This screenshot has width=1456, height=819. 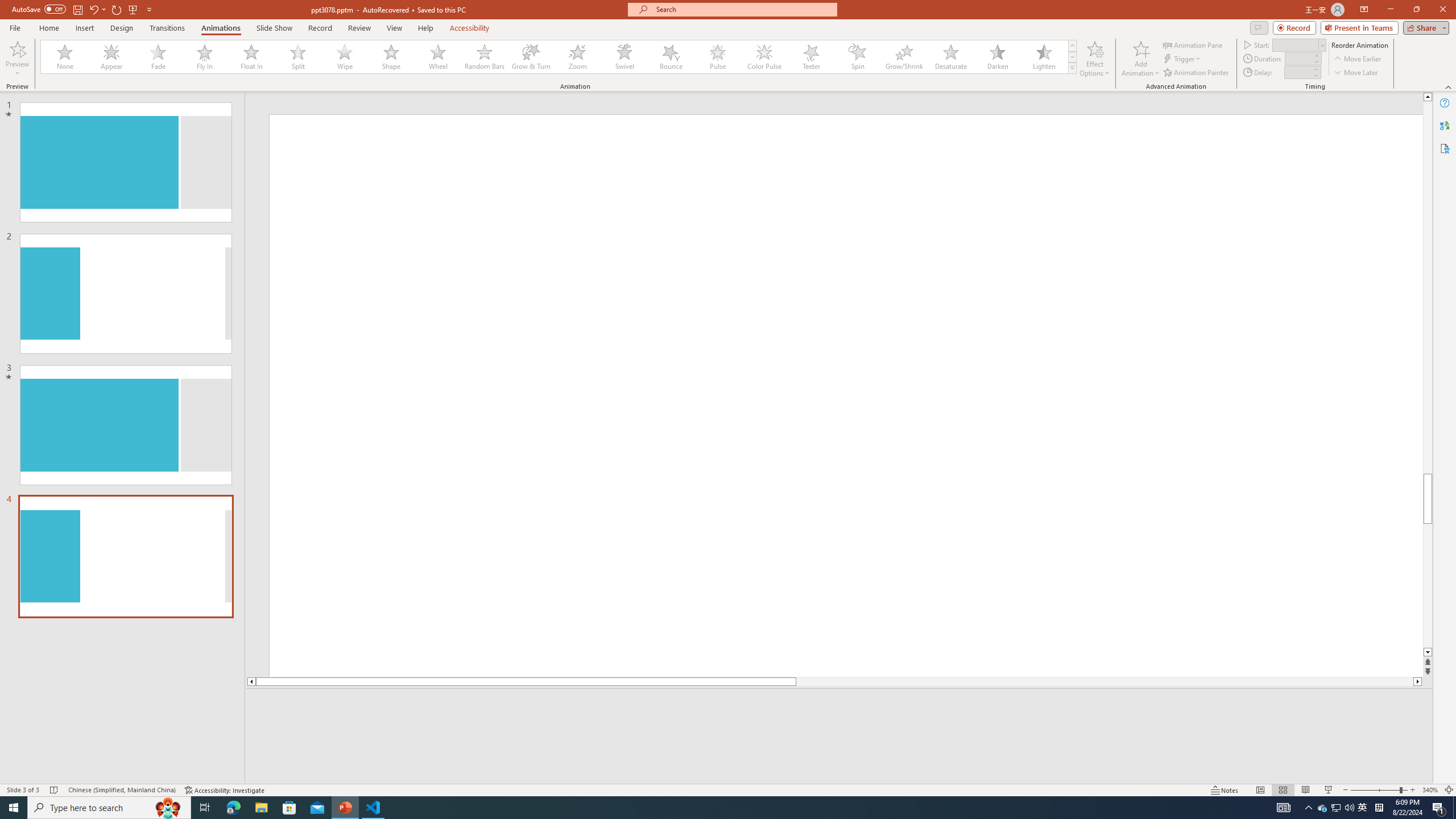 I want to click on 'Add Animation', so click(x=1141, y=59).